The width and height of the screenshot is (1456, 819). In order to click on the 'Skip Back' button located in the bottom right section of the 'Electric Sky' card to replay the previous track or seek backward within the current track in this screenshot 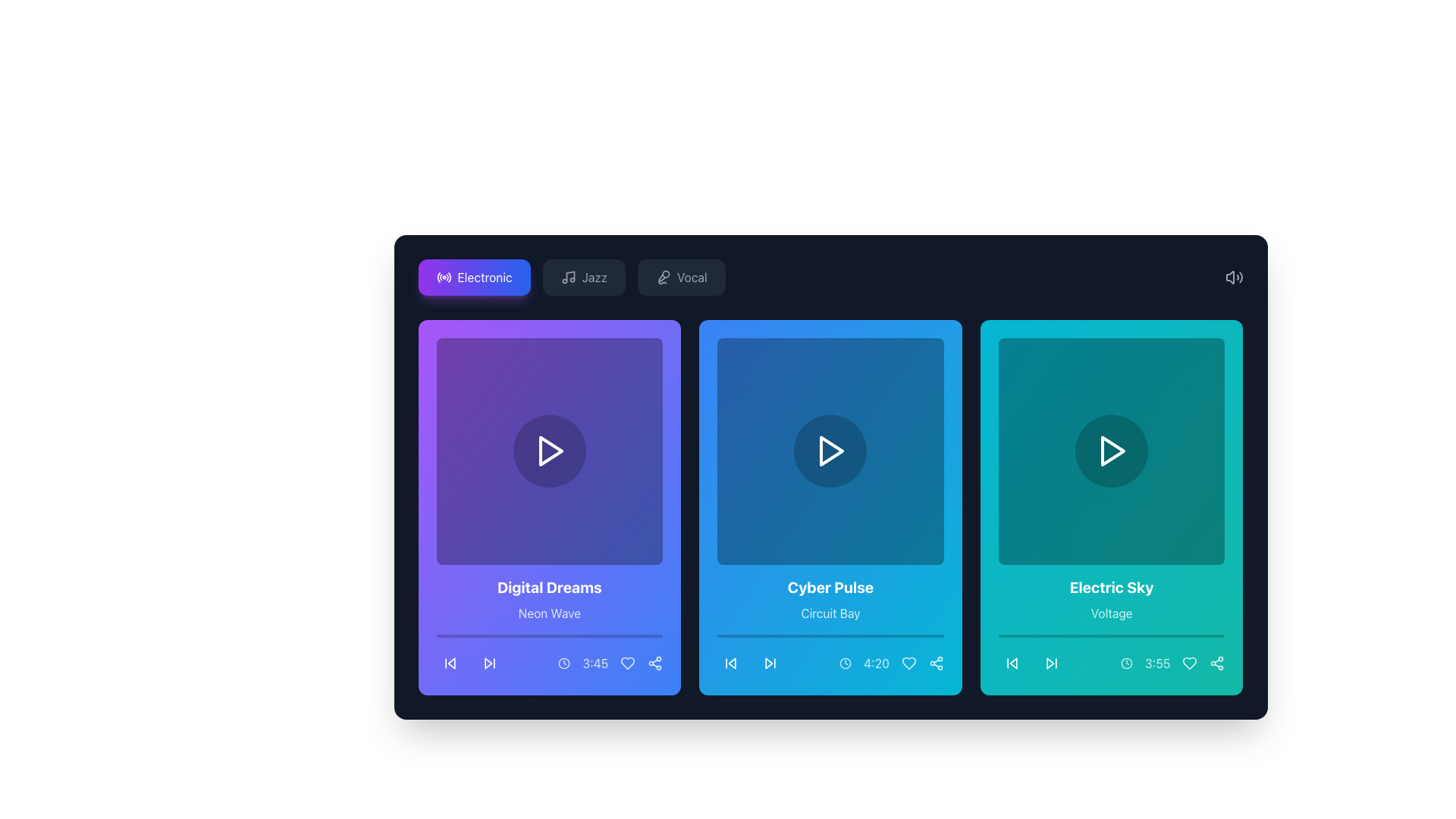, I will do `click(1012, 662)`.